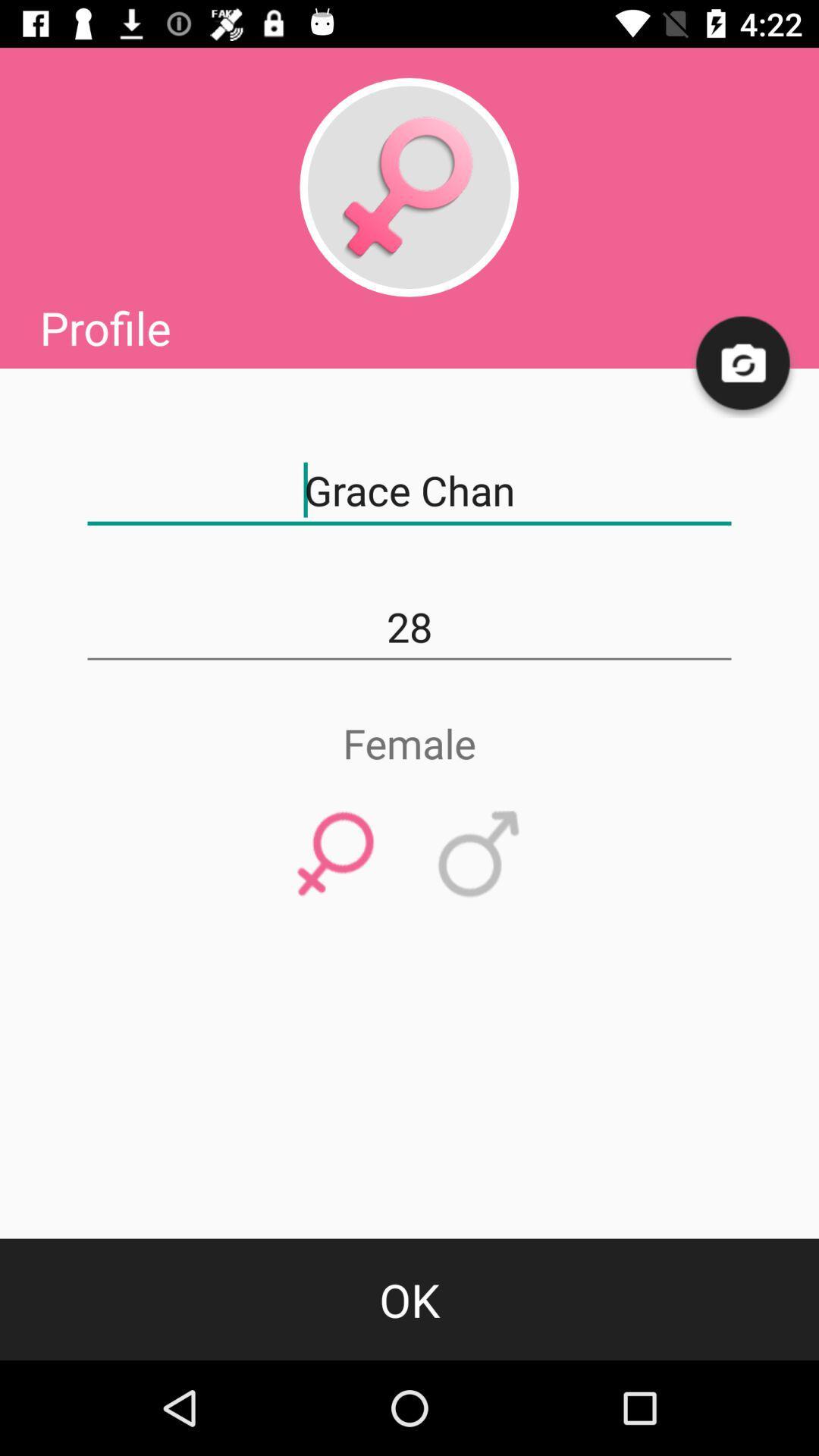  What do you see at coordinates (409, 627) in the screenshot?
I see `28 icon` at bounding box center [409, 627].